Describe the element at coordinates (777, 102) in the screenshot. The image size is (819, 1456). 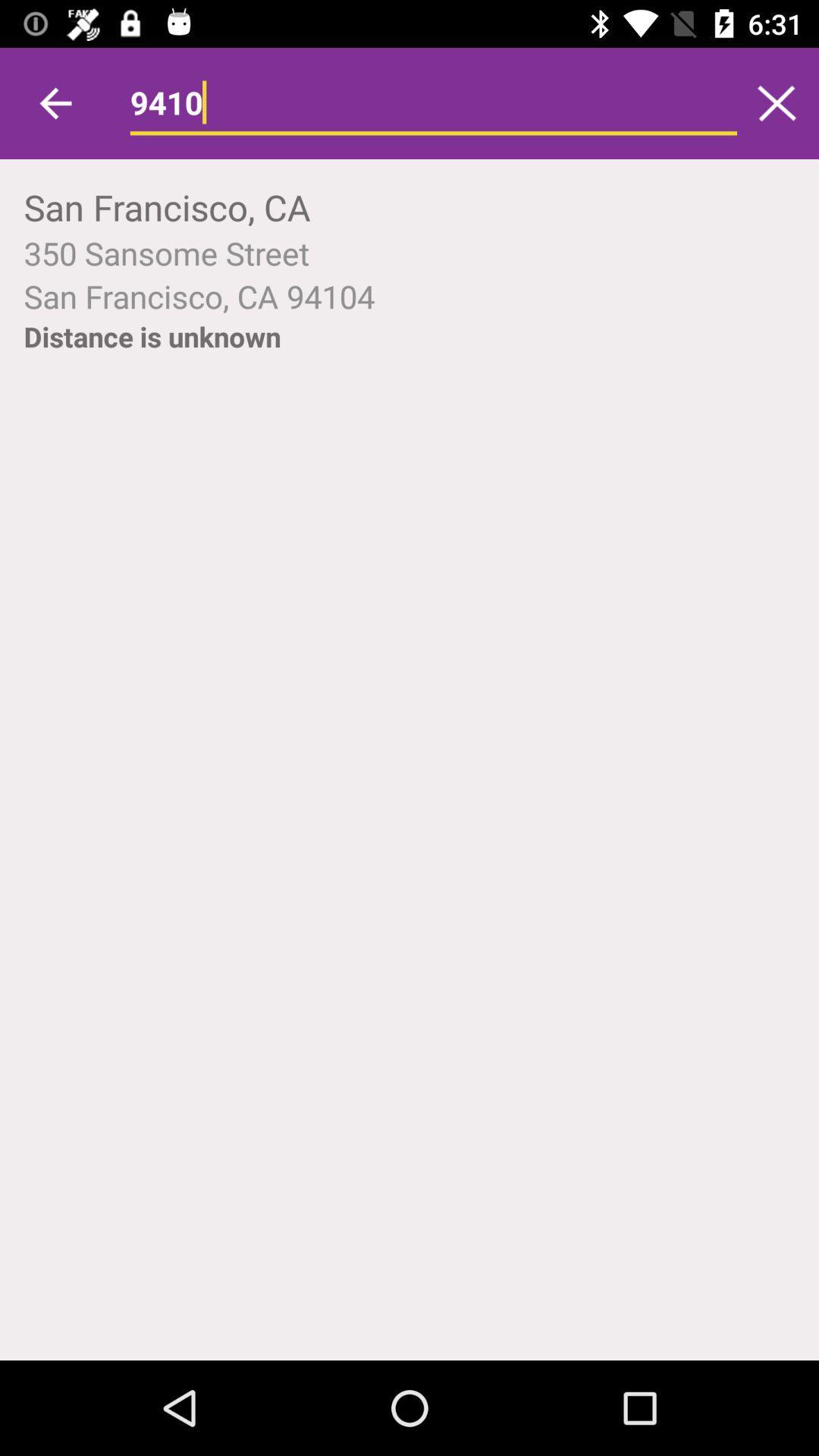
I see `icon next to 9410 icon` at that location.